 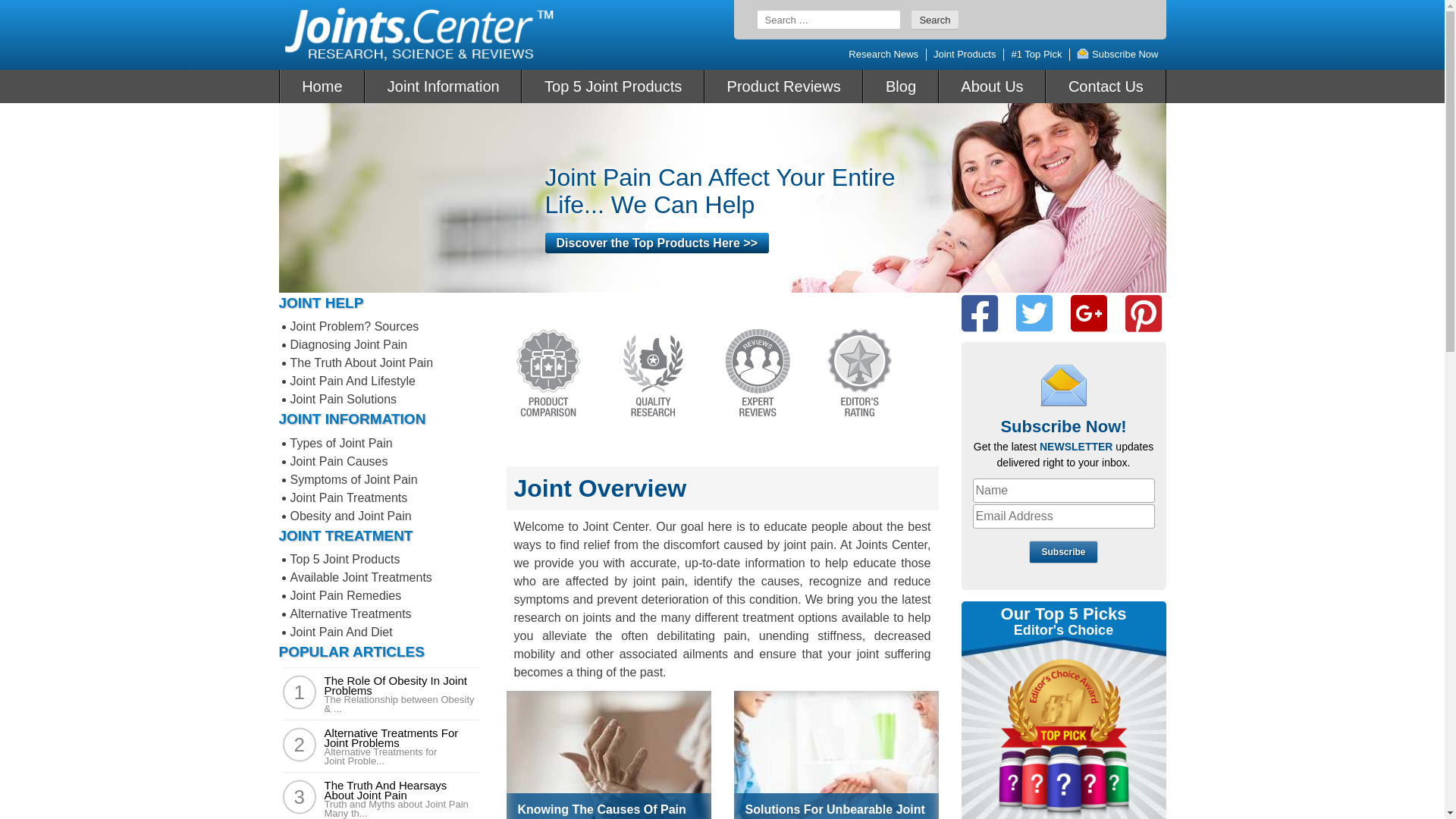 I want to click on 'Home', so click(x=321, y=86).